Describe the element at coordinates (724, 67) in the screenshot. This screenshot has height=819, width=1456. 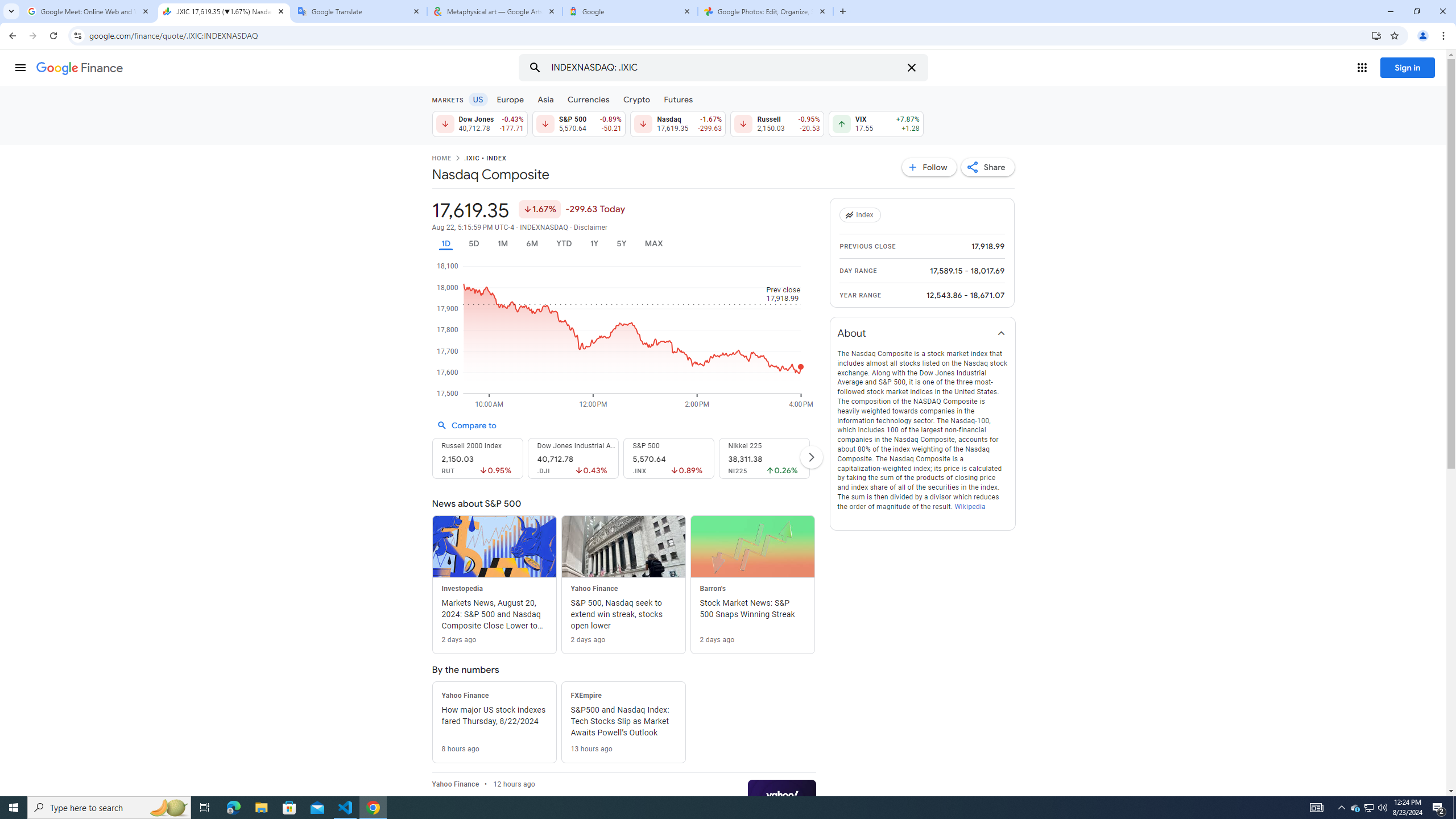
I see `'Search for stocks, ETFs & more'` at that location.